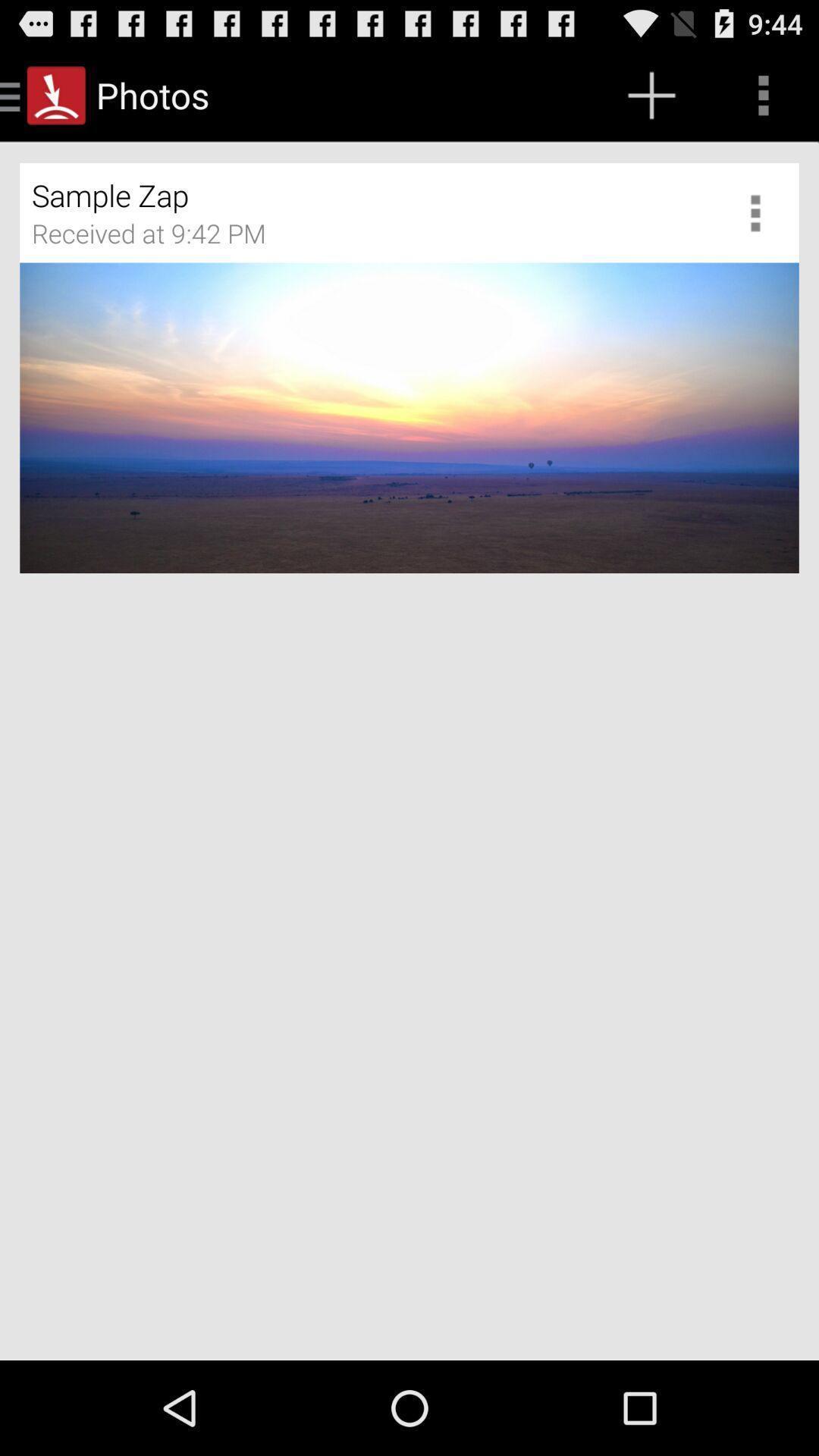 This screenshot has height=1456, width=819. Describe the element at coordinates (761, 212) in the screenshot. I see `configuration button` at that location.